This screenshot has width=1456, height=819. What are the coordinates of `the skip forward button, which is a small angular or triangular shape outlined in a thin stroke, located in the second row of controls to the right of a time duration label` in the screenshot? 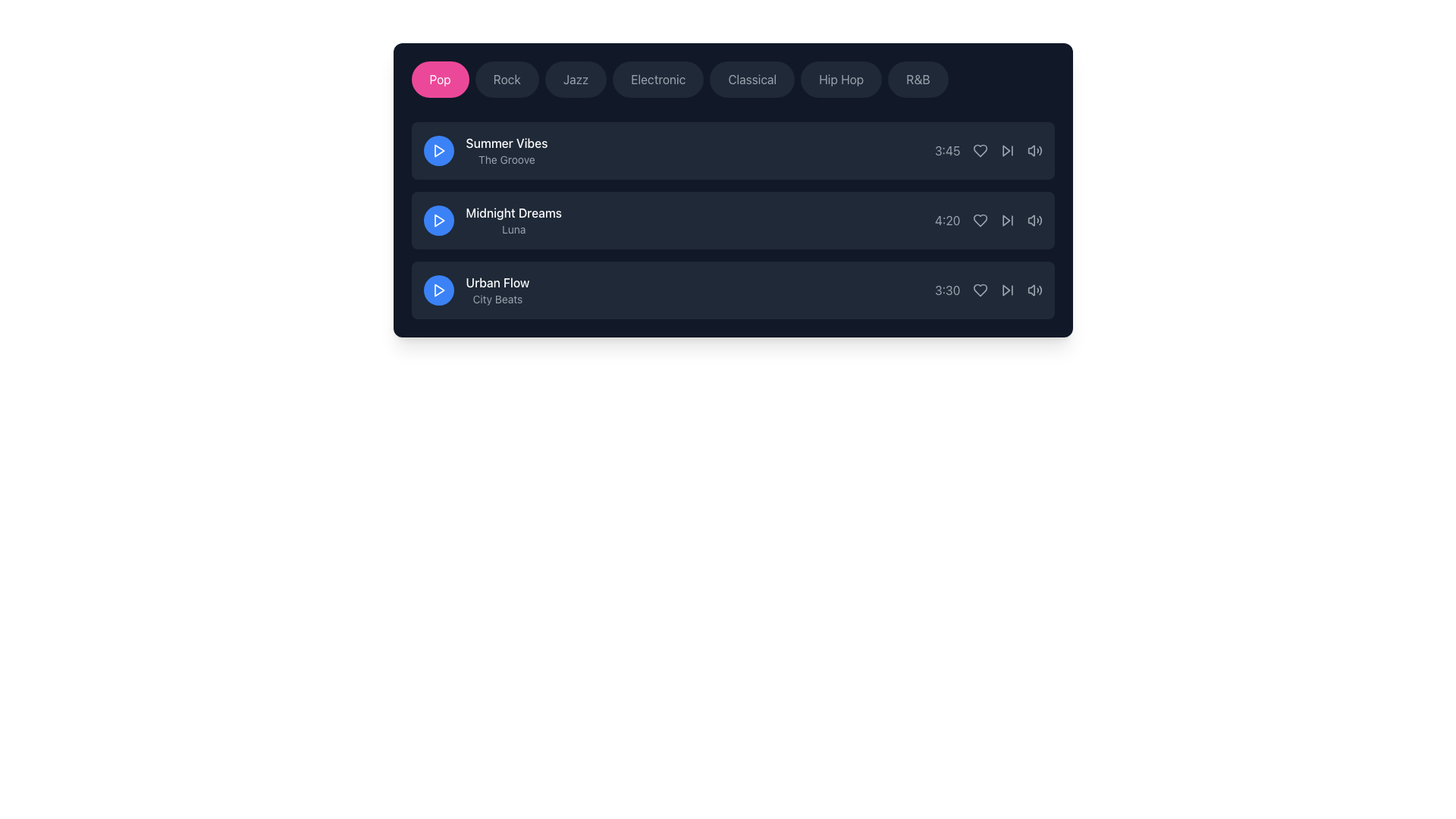 It's located at (1006, 151).